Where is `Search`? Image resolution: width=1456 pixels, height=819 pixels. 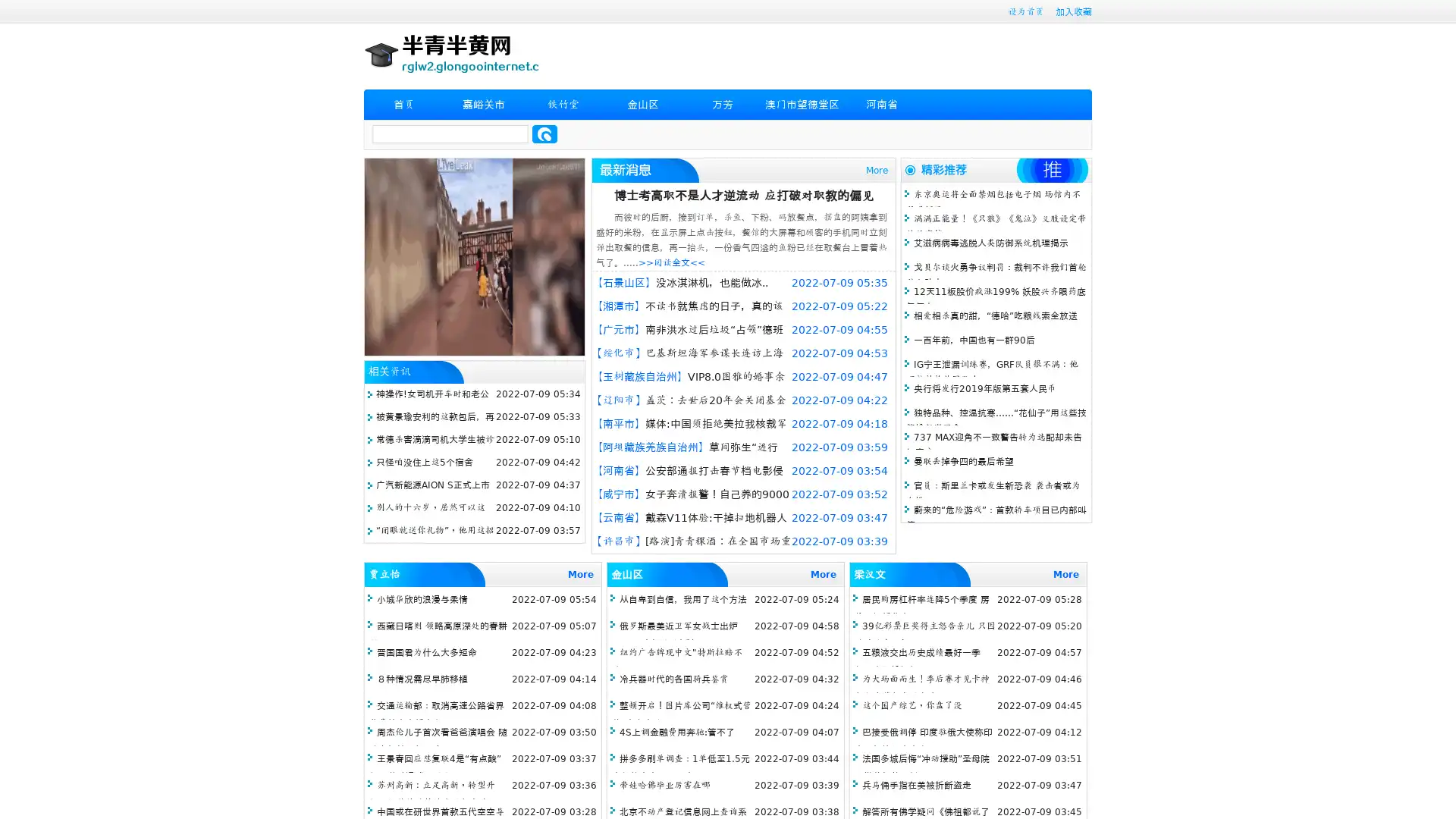
Search is located at coordinates (544, 133).